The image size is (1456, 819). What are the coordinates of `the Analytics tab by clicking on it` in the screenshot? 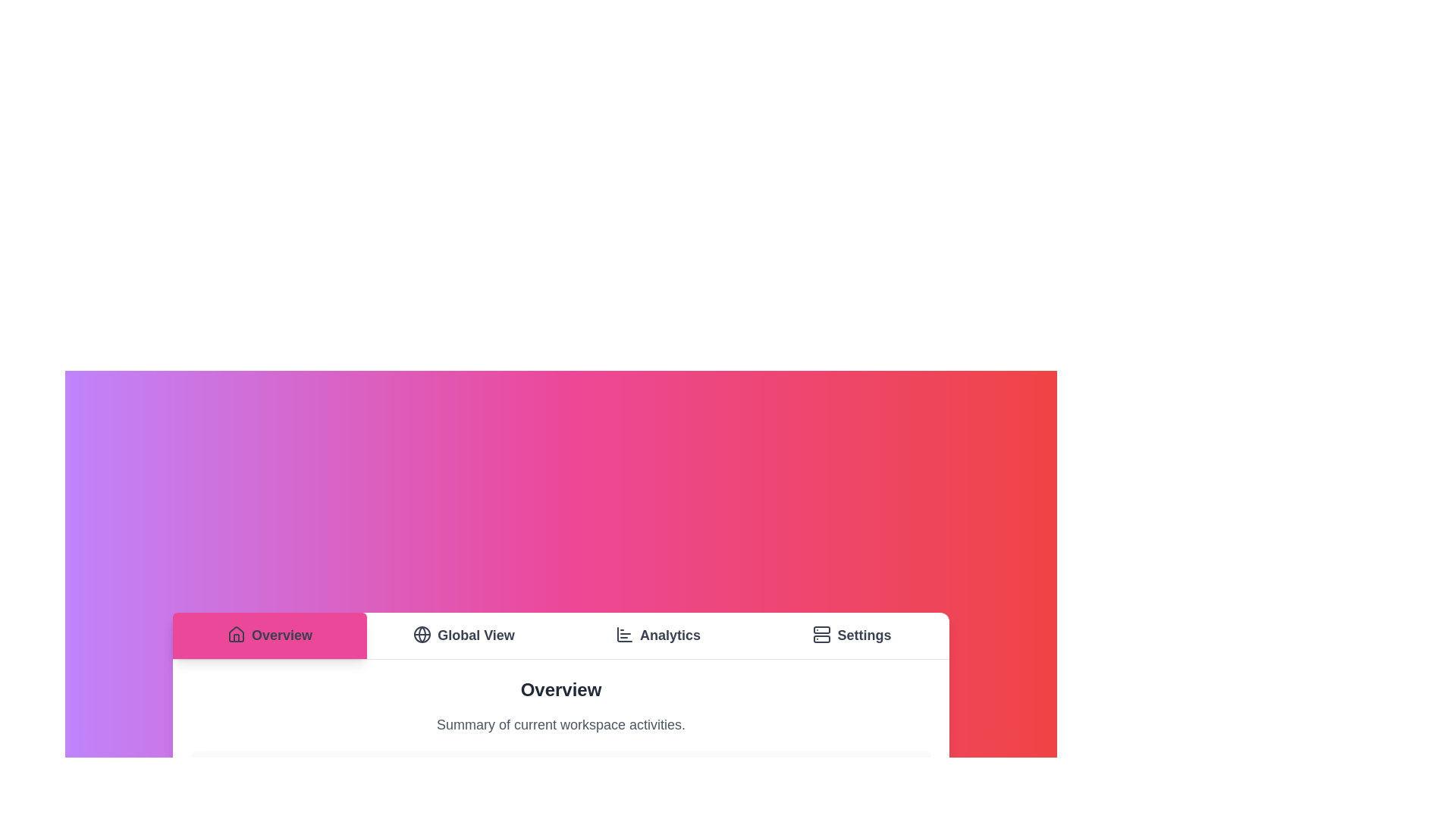 It's located at (658, 635).